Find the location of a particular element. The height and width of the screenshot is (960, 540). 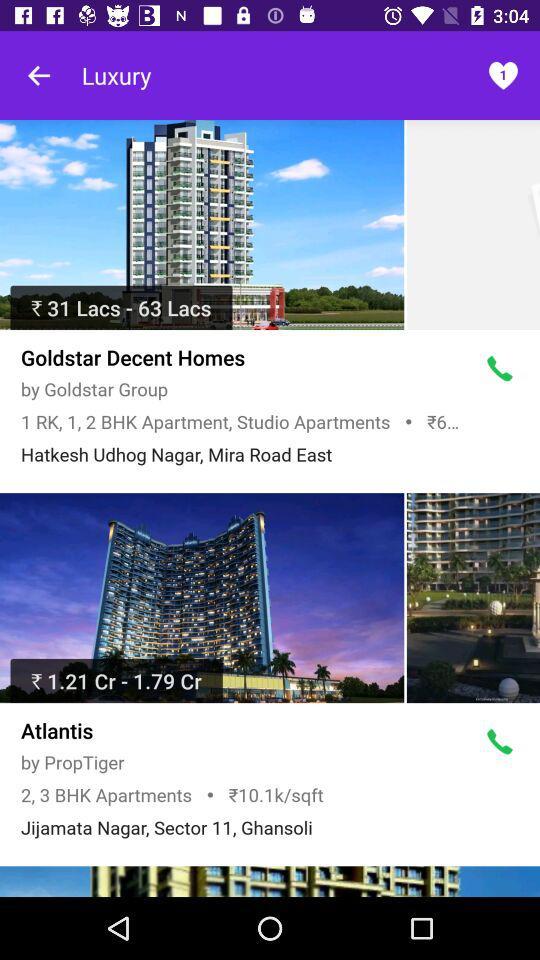

phone this business is located at coordinates (499, 368).